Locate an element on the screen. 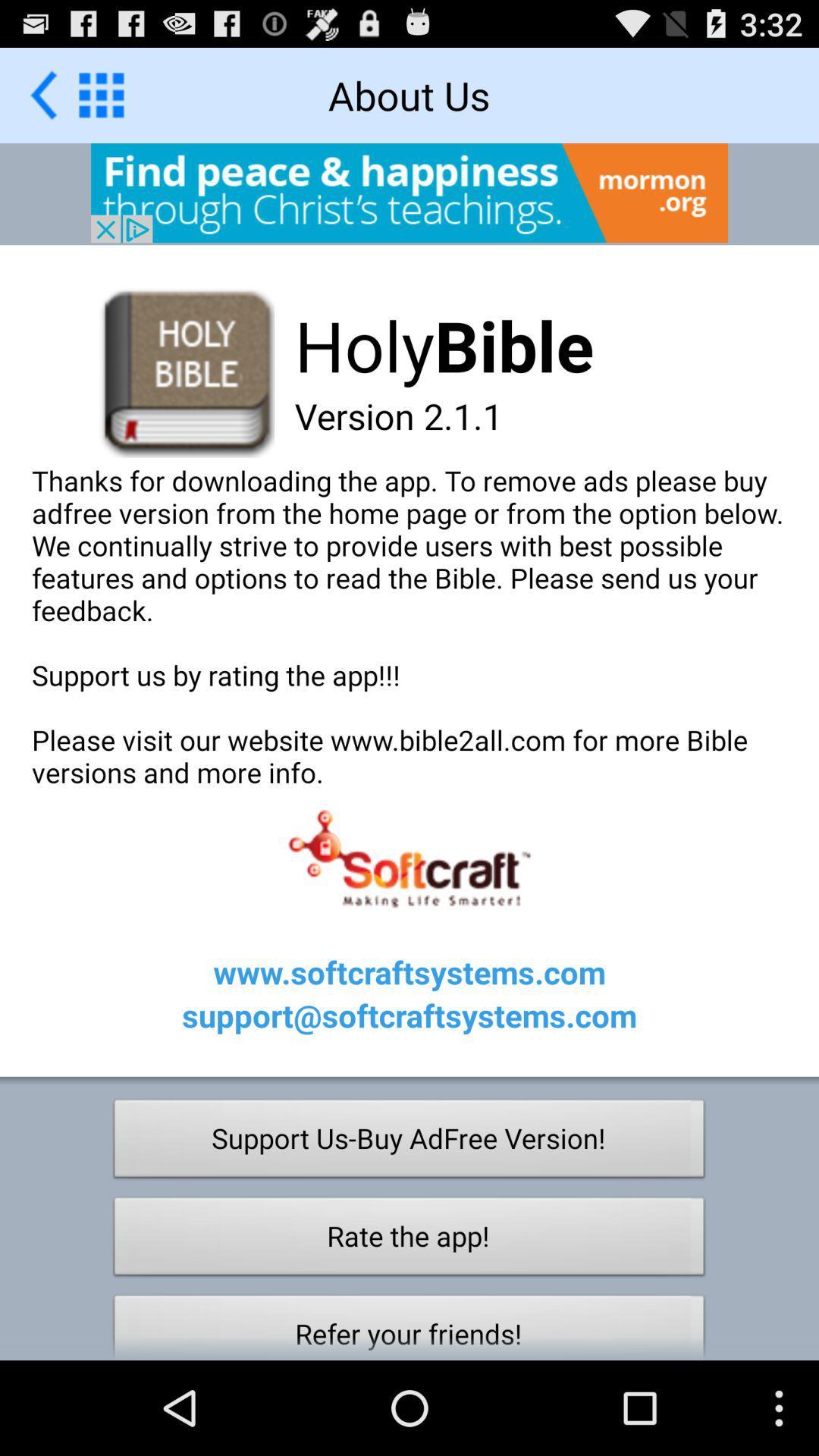  click advertisement is located at coordinates (409, 192).